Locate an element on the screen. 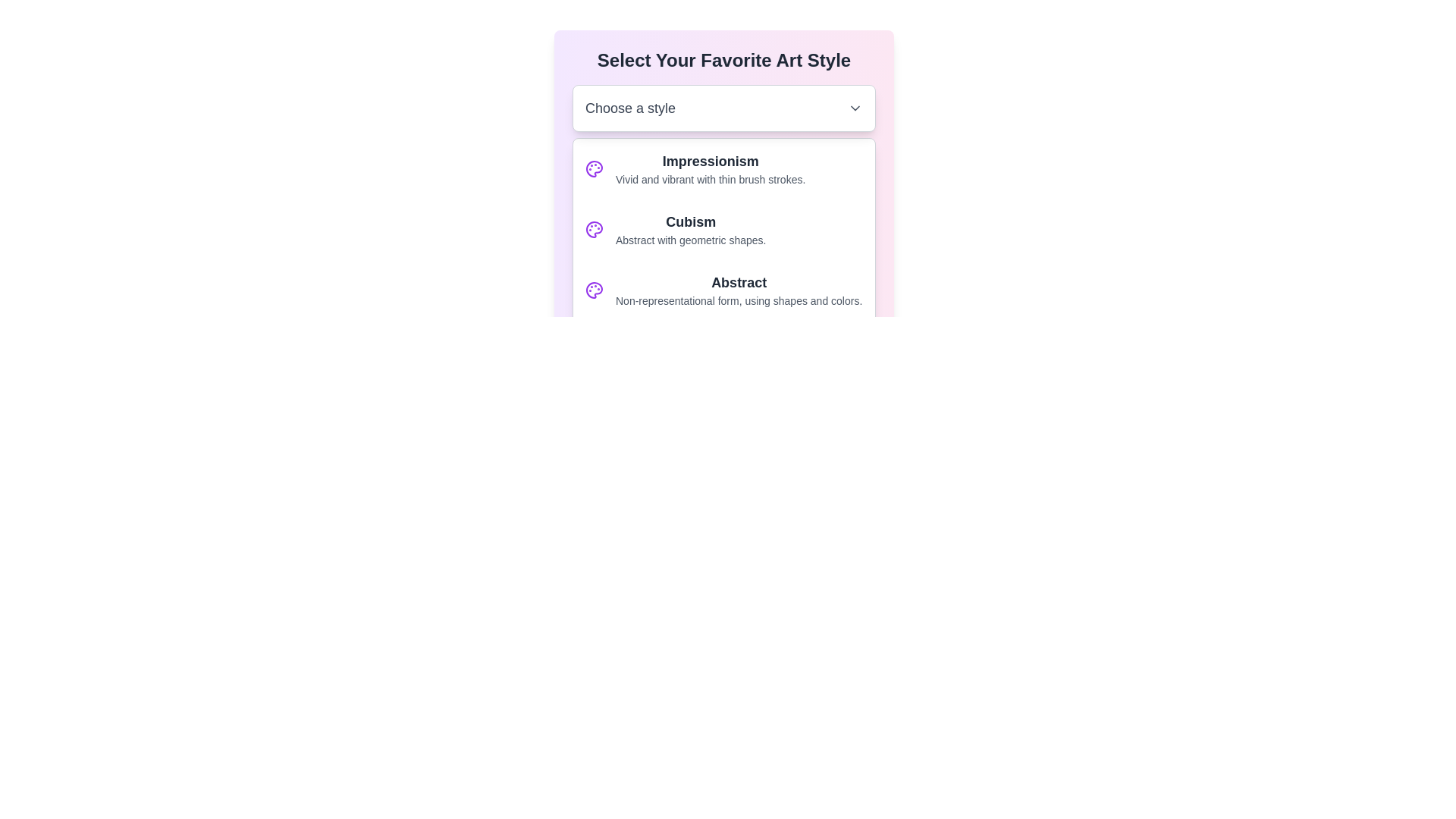 The image size is (1456, 819). the small gray downward-facing chevron icon located on the right side of the 'Choose a style' label is located at coordinates (855, 107).